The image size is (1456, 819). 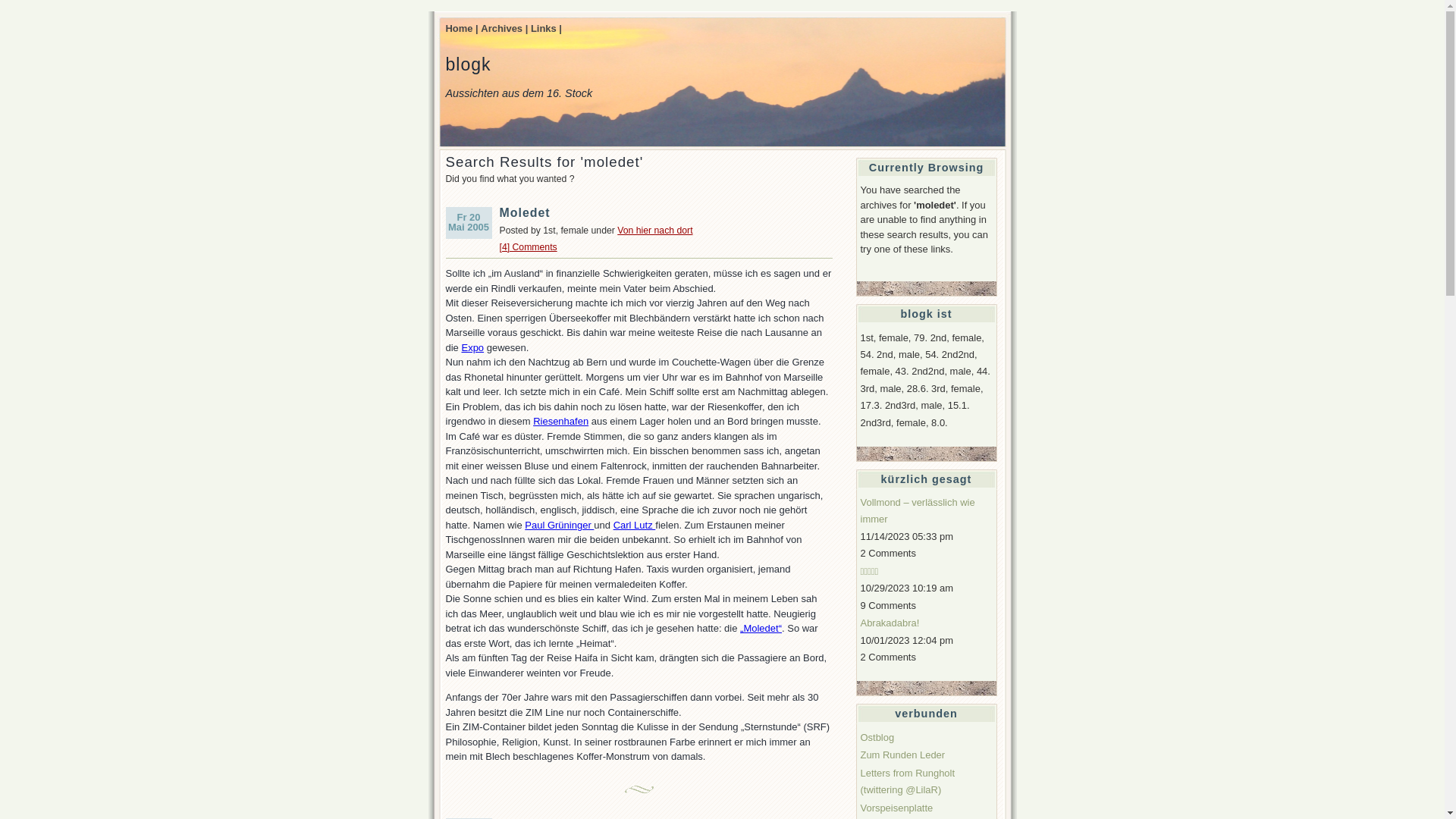 I want to click on 'Riesenhafen', so click(x=532, y=421).